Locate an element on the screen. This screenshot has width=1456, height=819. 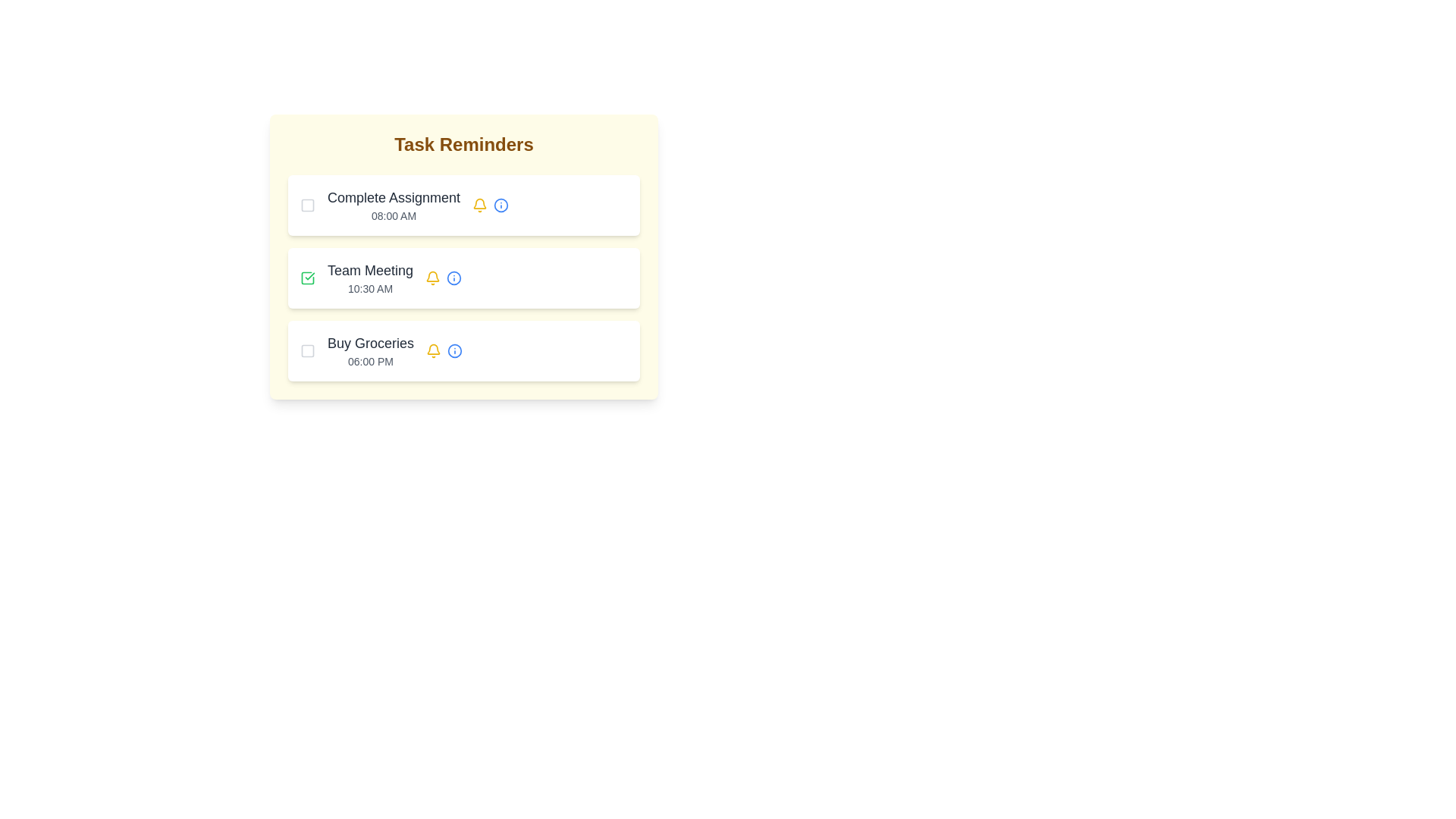
the second task in the 'Task Reminders' list titled 'Team Meeting' is located at coordinates (463, 278).